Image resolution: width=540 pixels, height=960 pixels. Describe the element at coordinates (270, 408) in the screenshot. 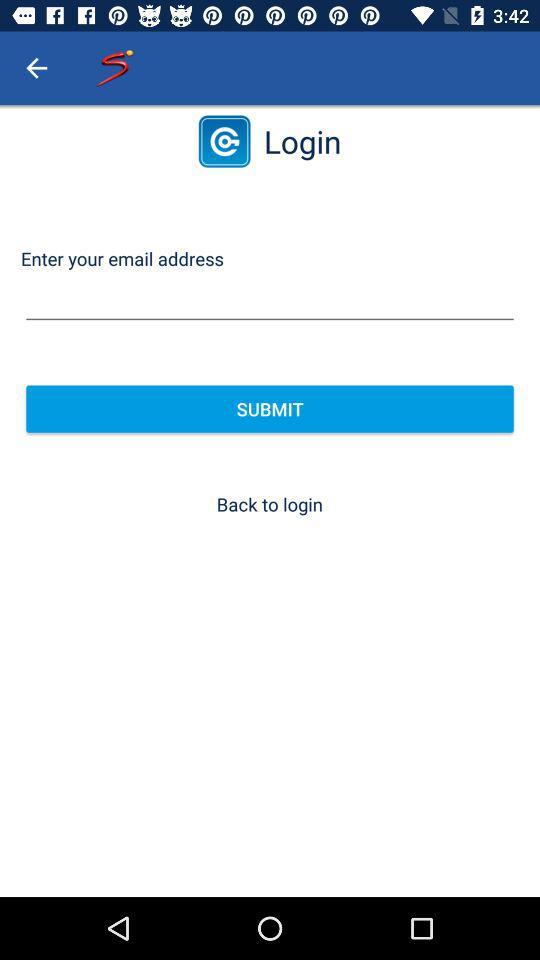

I see `the item above the back to login item` at that location.